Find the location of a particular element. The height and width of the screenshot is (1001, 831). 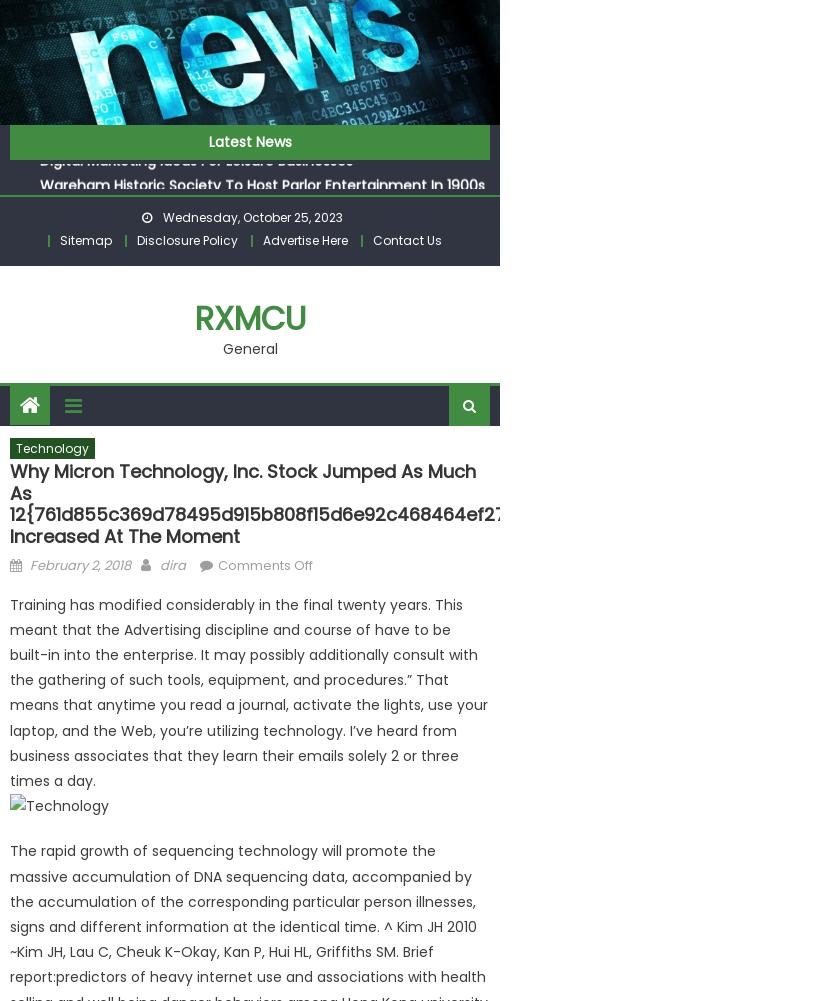

'Evaluation Of Science And Technology Elements Within The Application Of Steam Based Mostly Studying Science, Technology, Engineering, Art, And Arithmetic' is located at coordinates (248, 105).